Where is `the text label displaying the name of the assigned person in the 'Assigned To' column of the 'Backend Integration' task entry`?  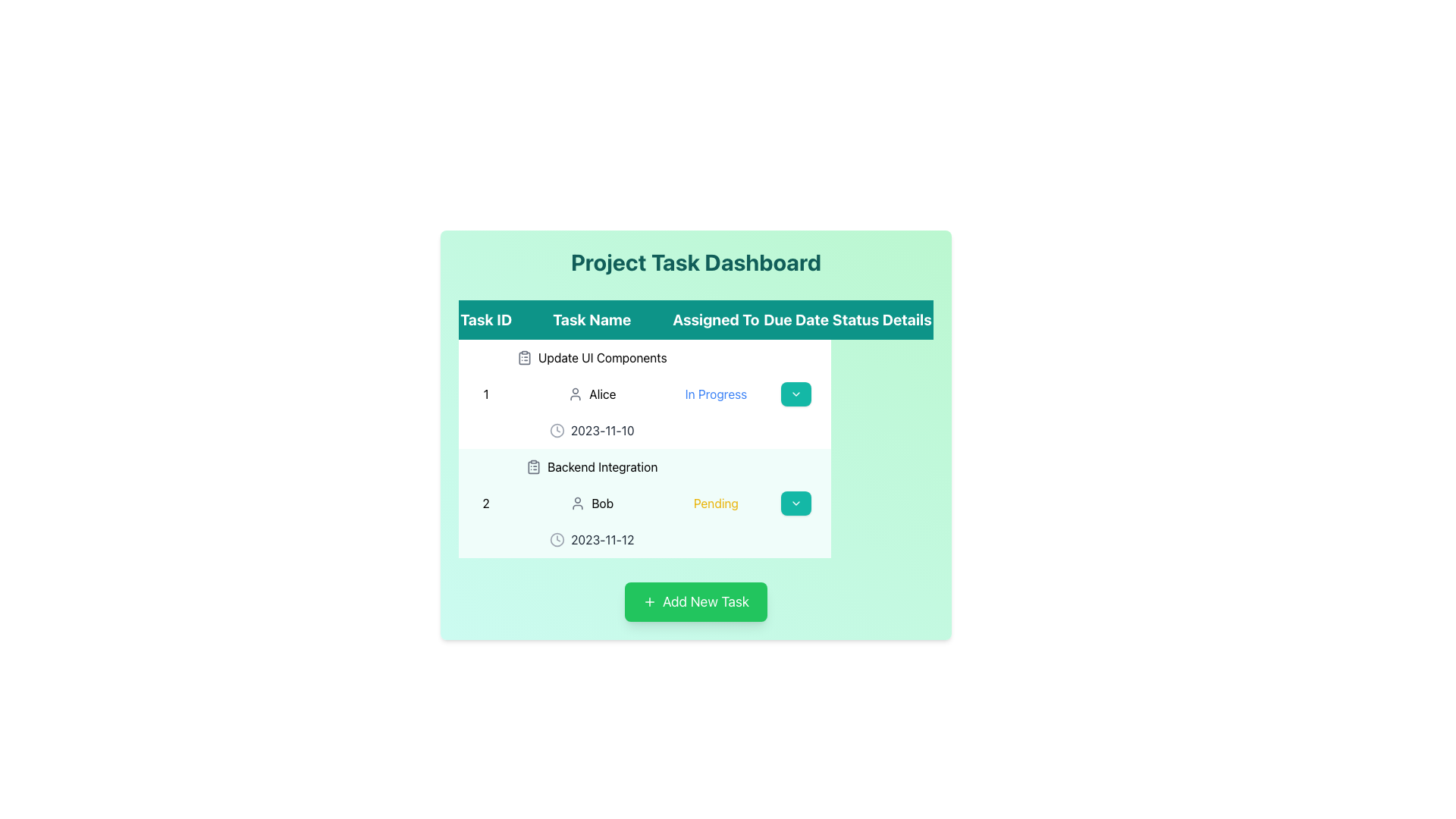
the text label displaying the name of the assigned person in the 'Assigned To' column of the 'Backend Integration' task entry is located at coordinates (601, 503).